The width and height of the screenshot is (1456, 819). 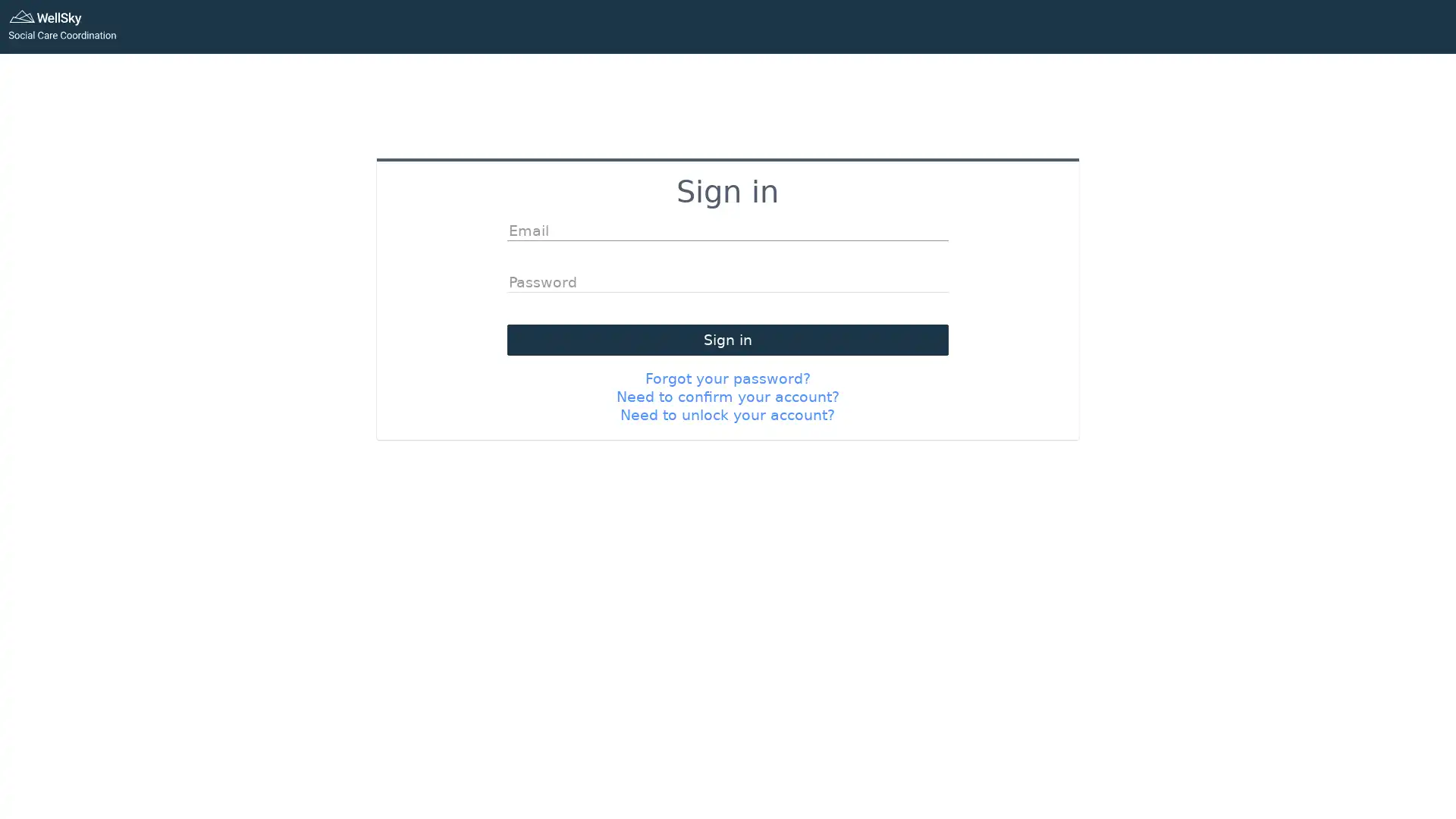 What do you see at coordinates (726, 338) in the screenshot?
I see `Sign in` at bounding box center [726, 338].